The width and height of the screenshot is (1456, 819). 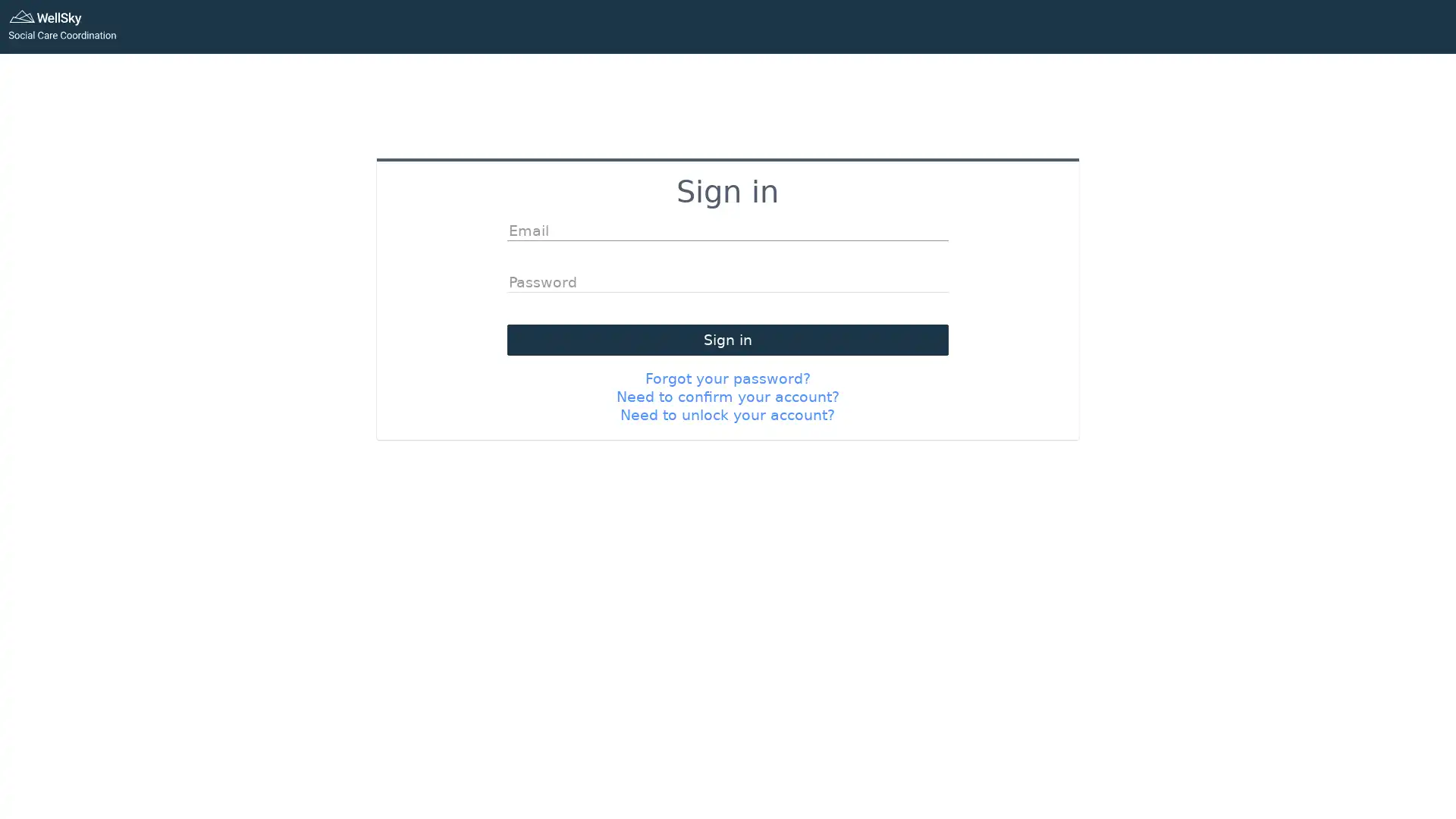 What do you see at coordinates (726, 338) in the screenshot?
I see `Sign in` at bounding box center [726, 338].